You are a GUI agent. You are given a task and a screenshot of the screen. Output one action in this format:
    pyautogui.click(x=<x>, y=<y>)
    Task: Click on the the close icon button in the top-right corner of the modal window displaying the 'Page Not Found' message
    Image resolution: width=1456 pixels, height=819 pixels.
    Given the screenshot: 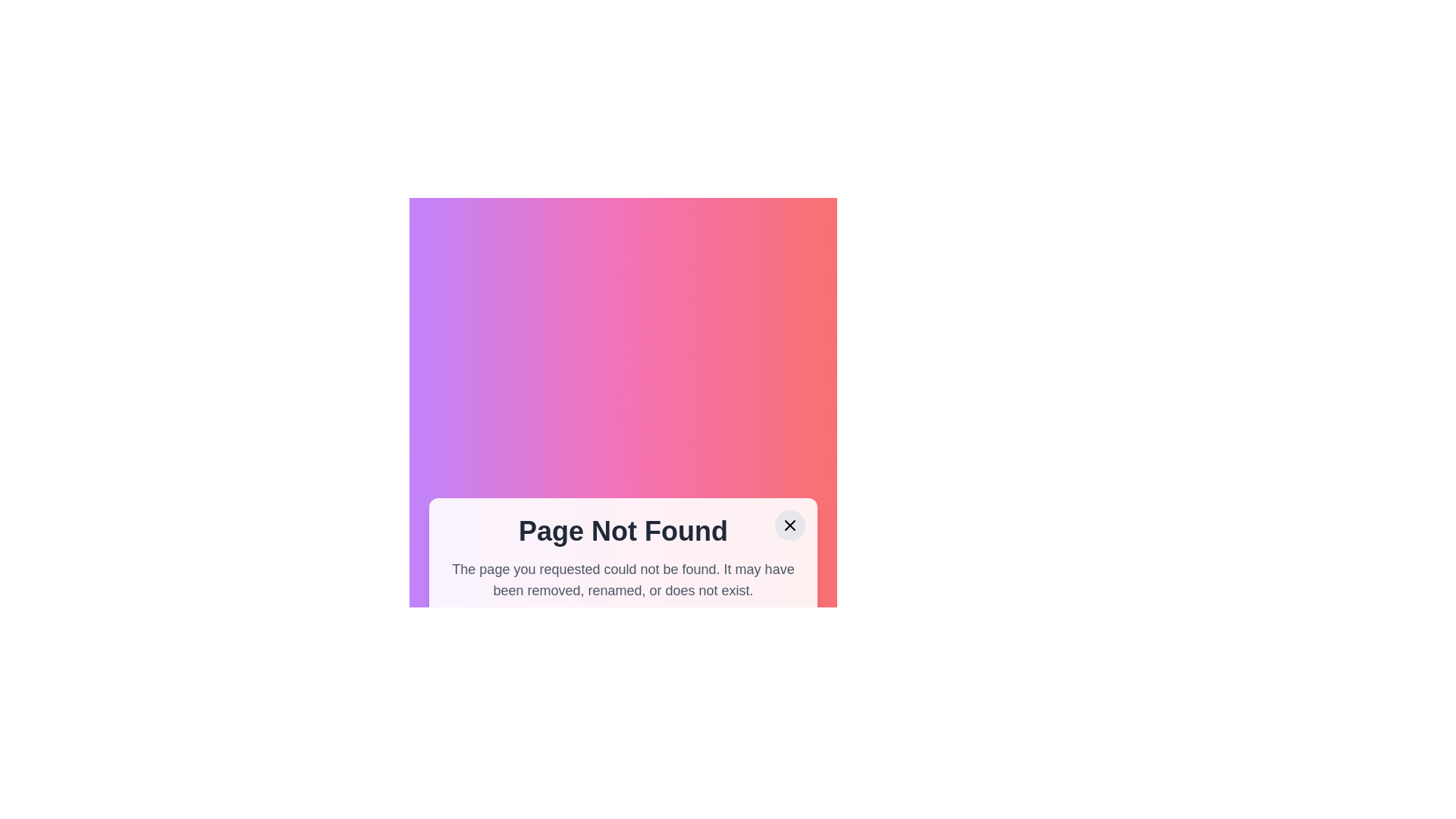 What is the action you would take?
    pyautogui.click(x=789, y=523)
    